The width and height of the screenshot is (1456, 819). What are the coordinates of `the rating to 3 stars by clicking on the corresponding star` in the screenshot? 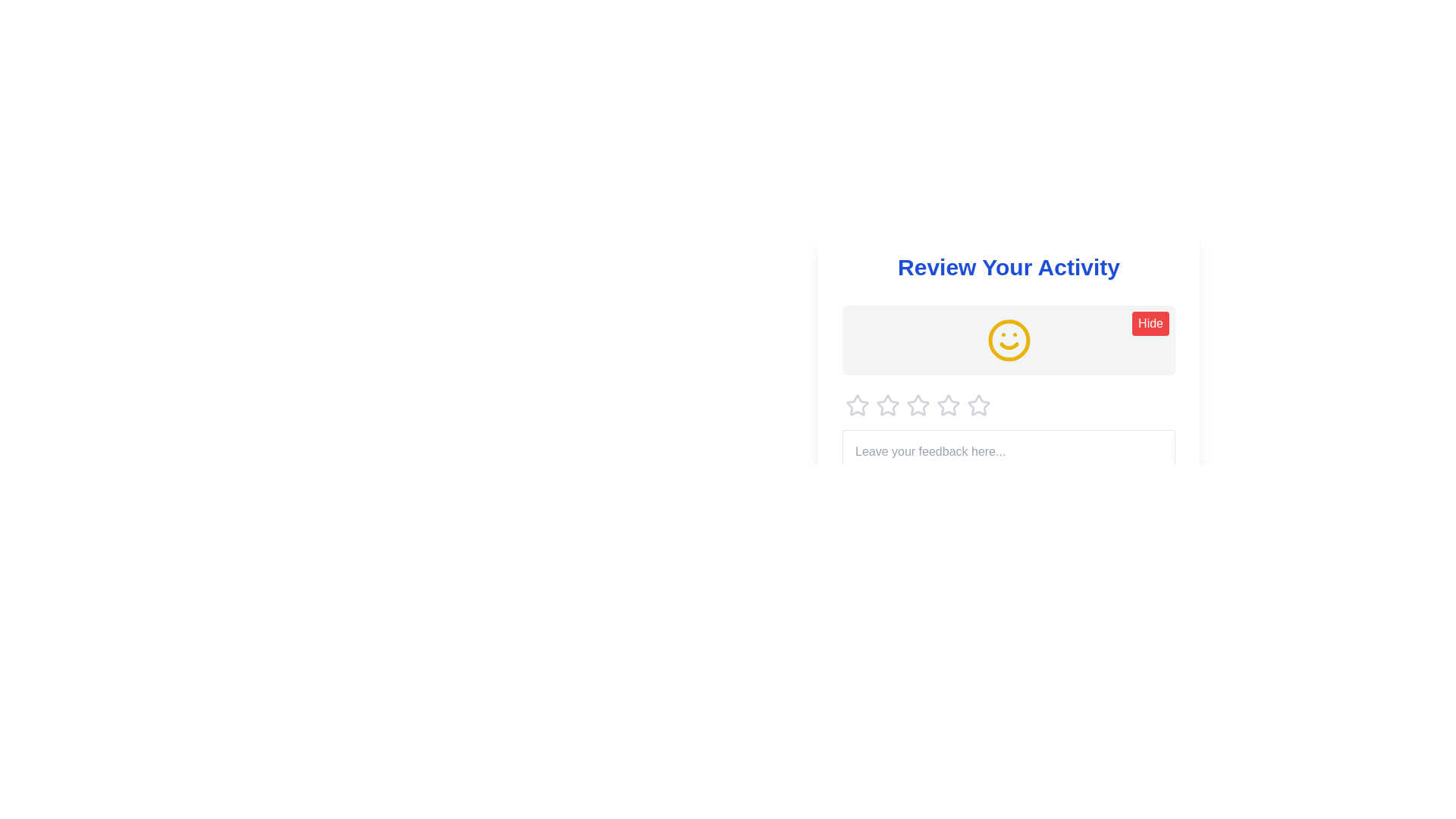 It's located at (917, 405).